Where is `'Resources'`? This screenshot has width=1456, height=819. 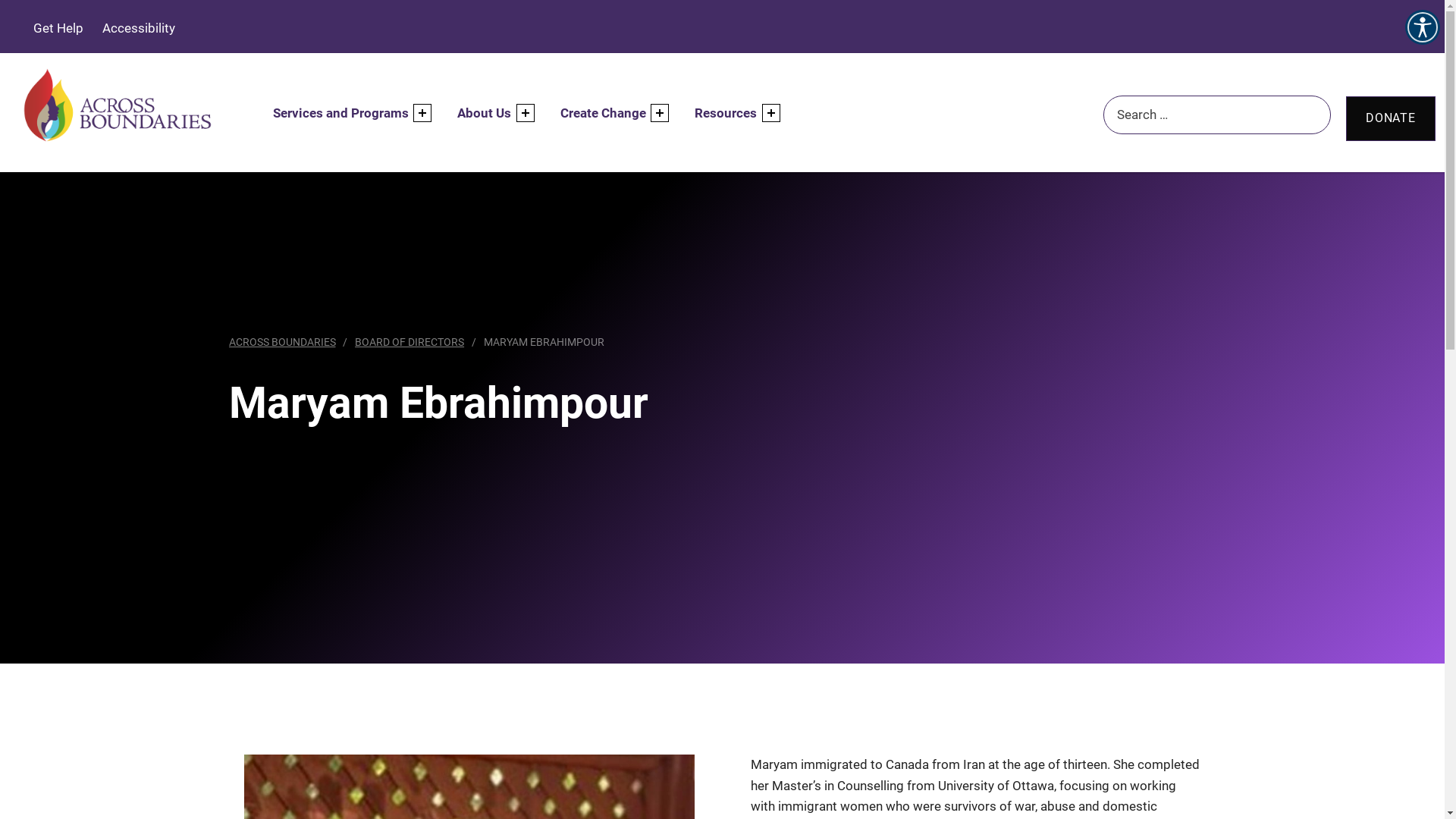
'Resources' is located at coordinates (728, 112).